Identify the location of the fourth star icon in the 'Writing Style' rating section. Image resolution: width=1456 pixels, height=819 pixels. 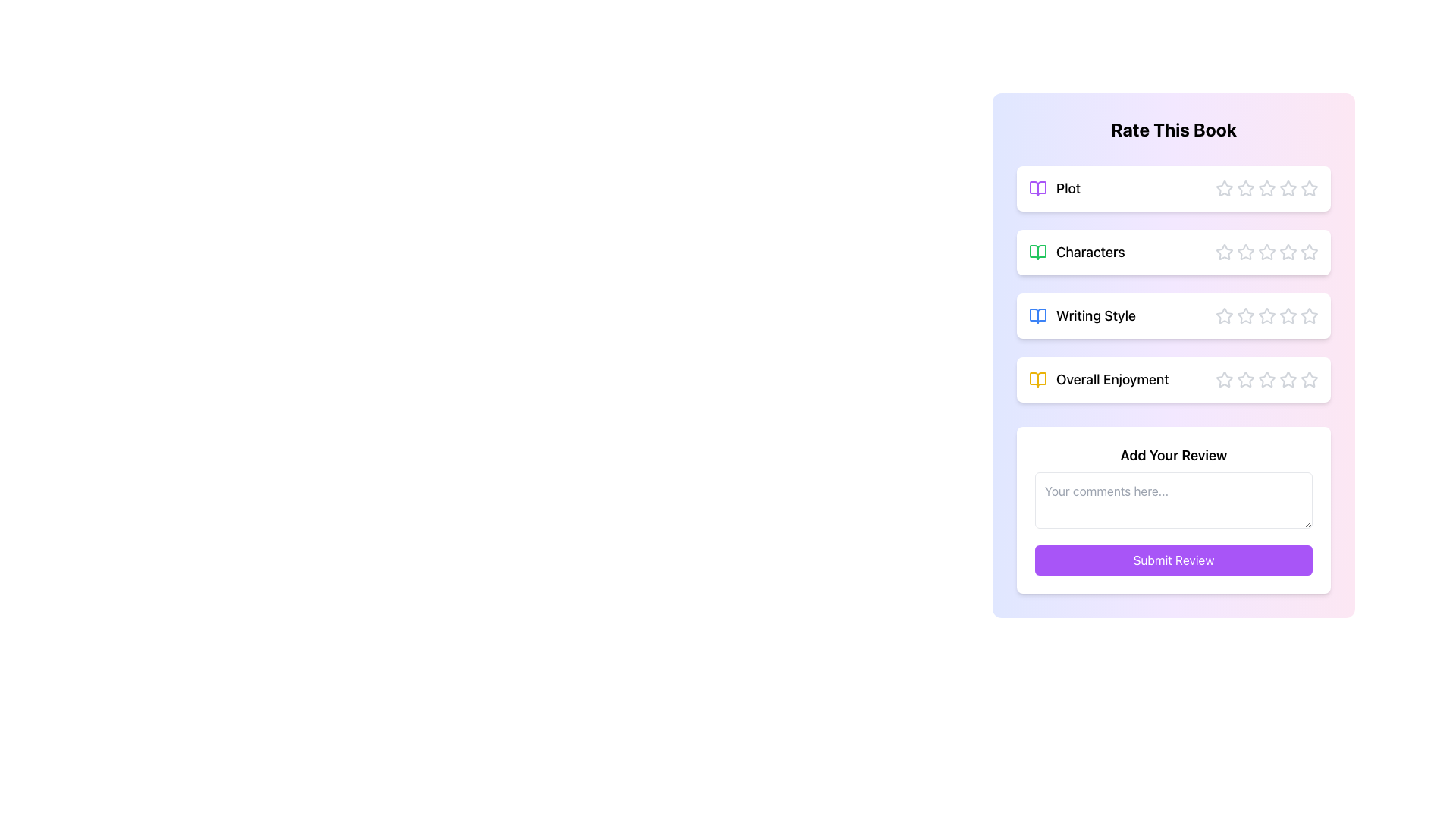
(1288, 315).